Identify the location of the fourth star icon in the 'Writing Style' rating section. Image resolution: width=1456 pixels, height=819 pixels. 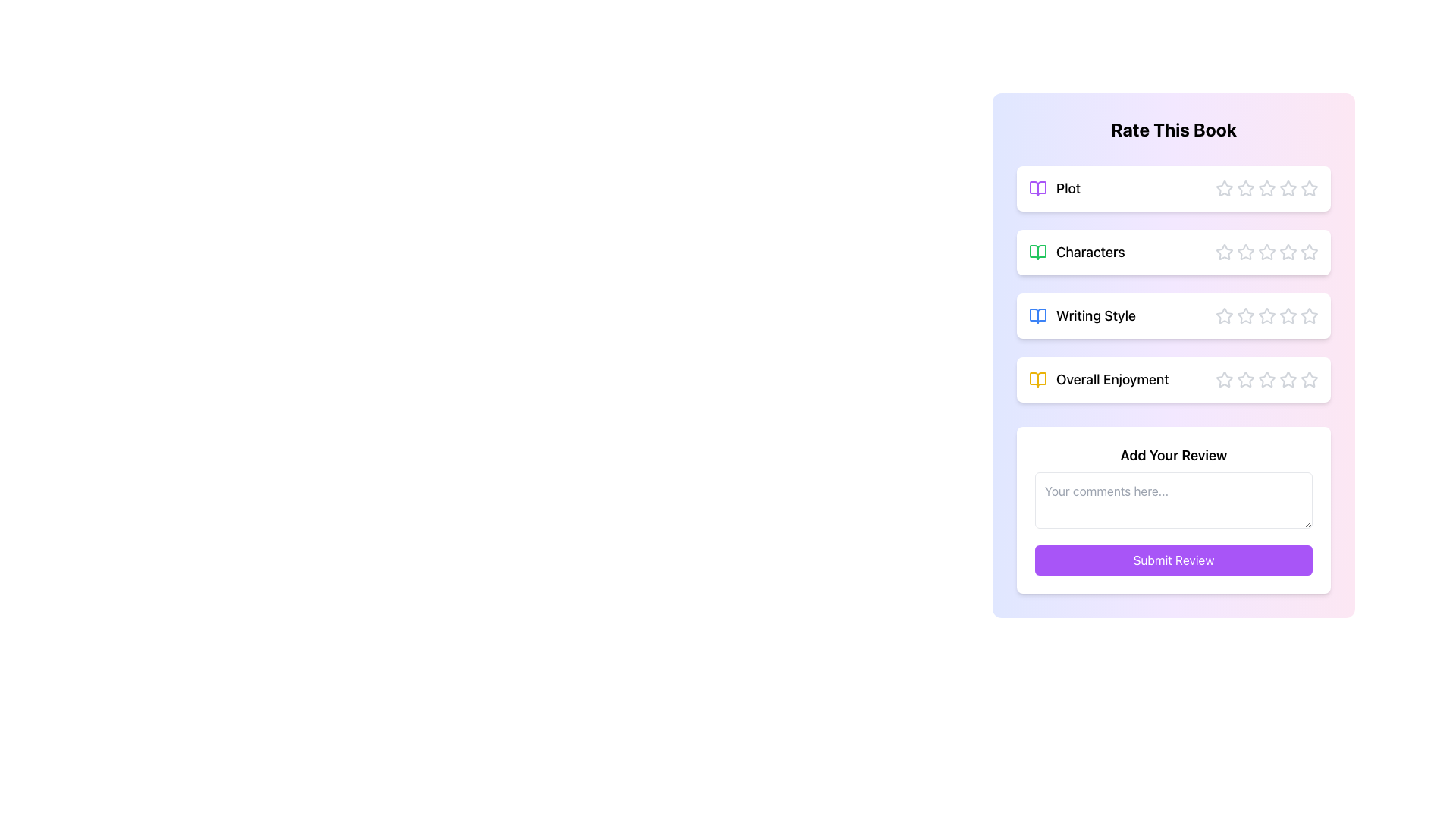
(1288, 315).